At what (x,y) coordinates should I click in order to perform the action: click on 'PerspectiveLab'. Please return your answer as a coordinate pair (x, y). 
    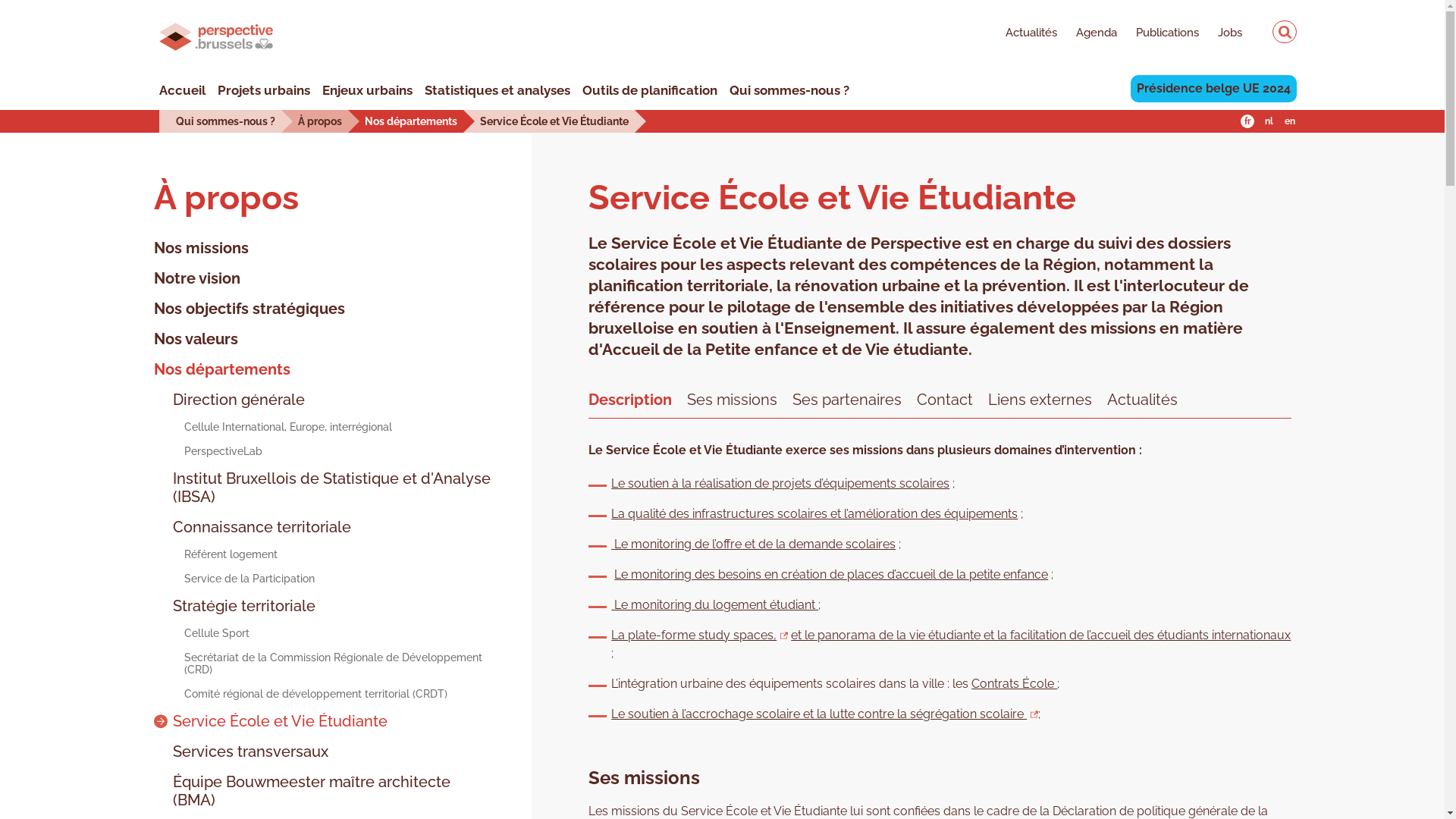
    Looking at the image, I should click on (206, 450).